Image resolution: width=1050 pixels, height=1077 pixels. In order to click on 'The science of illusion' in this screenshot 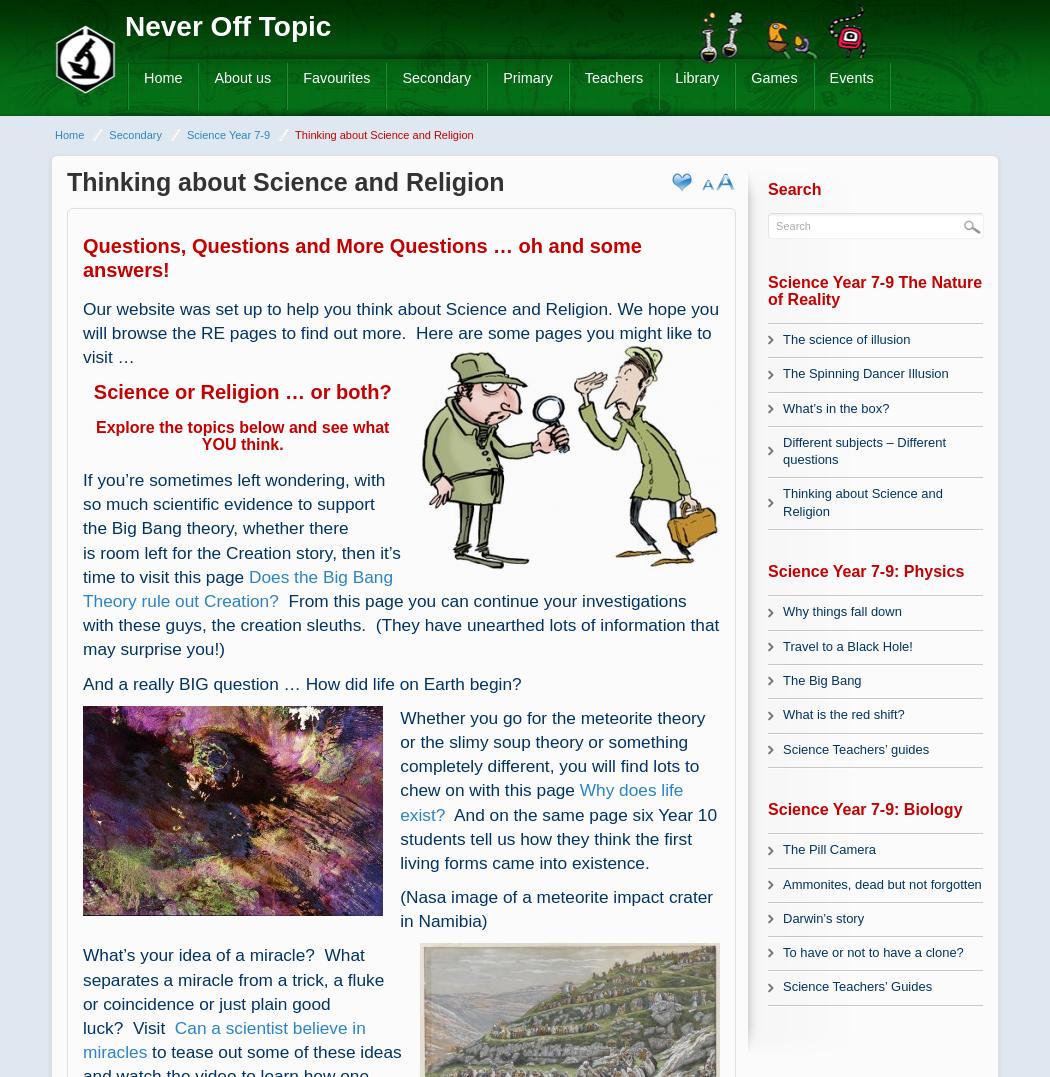, I will do `click(782, 338)`.